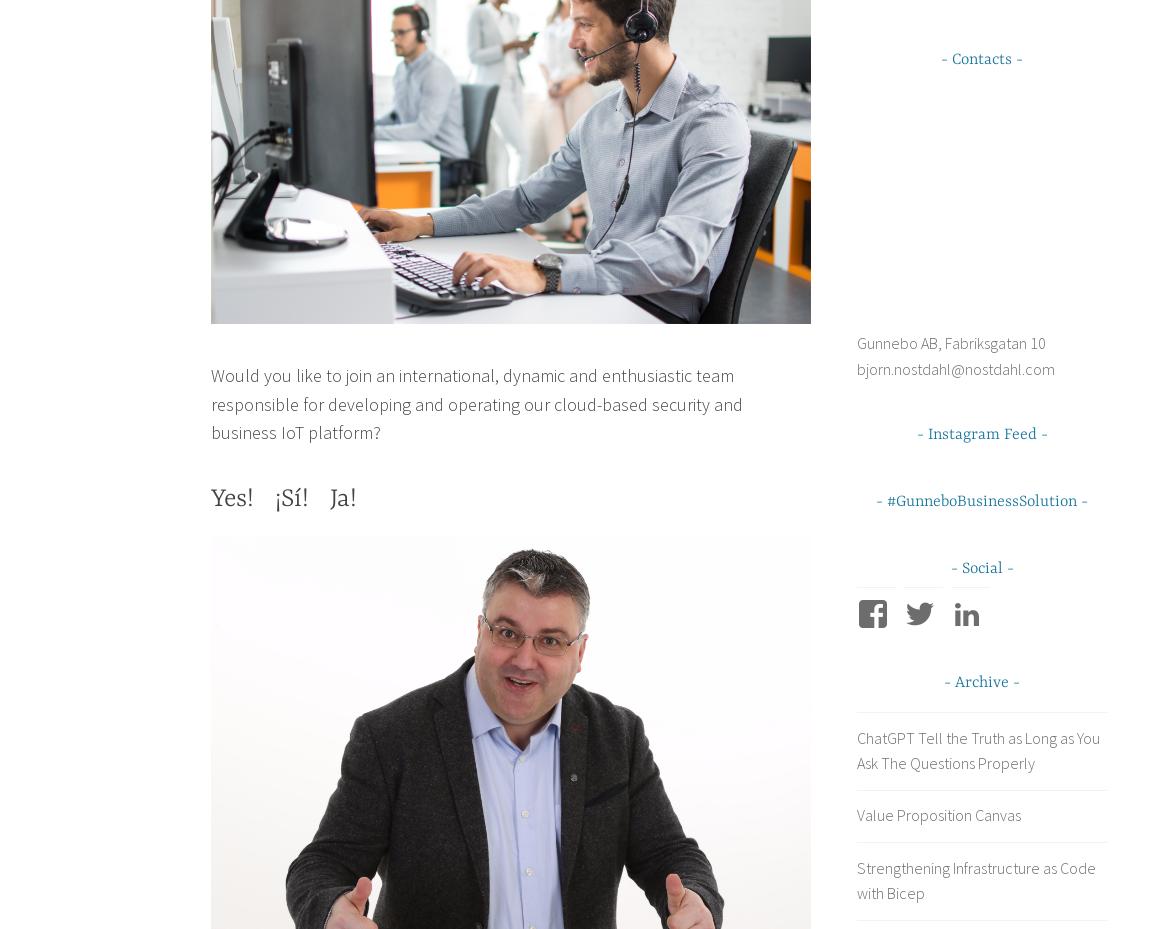 Image resolution: width=1162 pixels, height=929 pixels. What do you see at coordinates (939, 814) in the screenshot?
I see `'Value Proposition Canvas'` at bounding box center [939, 814].